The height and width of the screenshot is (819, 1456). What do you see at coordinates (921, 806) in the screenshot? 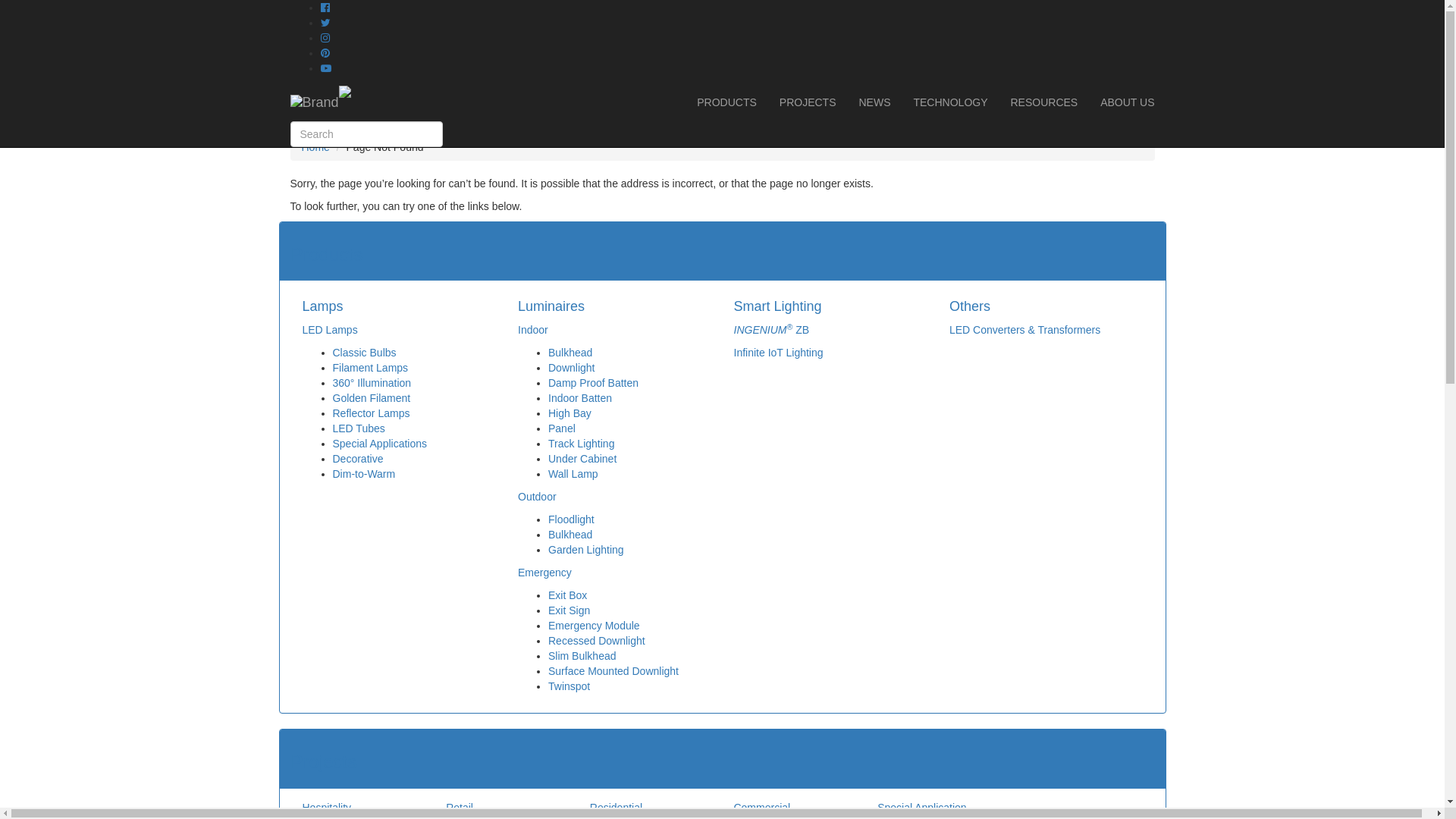
I see `'Special Application'` at bounding box center [921, 806].